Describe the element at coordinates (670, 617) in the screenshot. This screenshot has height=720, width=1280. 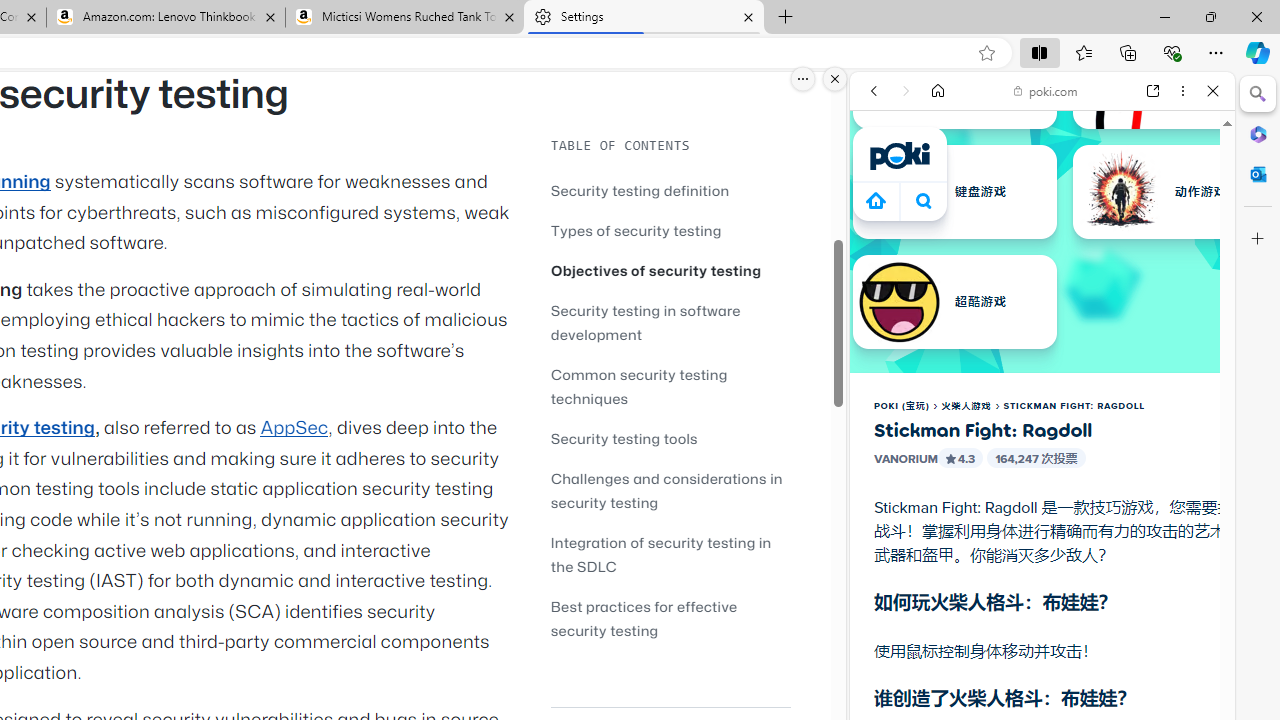
I see `'Best practices for effective security testing'` at that location.